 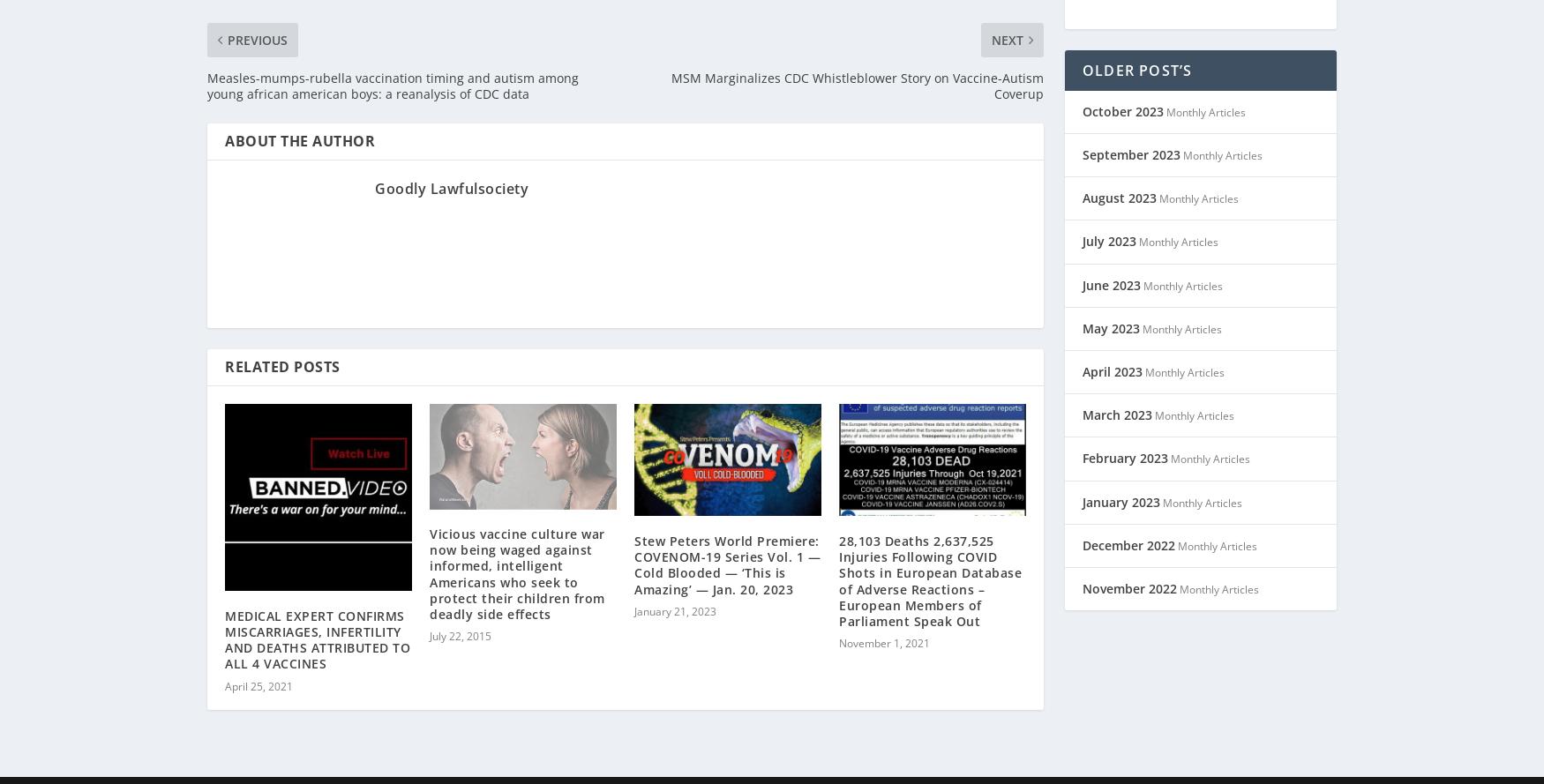 I want to click on 'November 2022', so click(x=1128, y=565).